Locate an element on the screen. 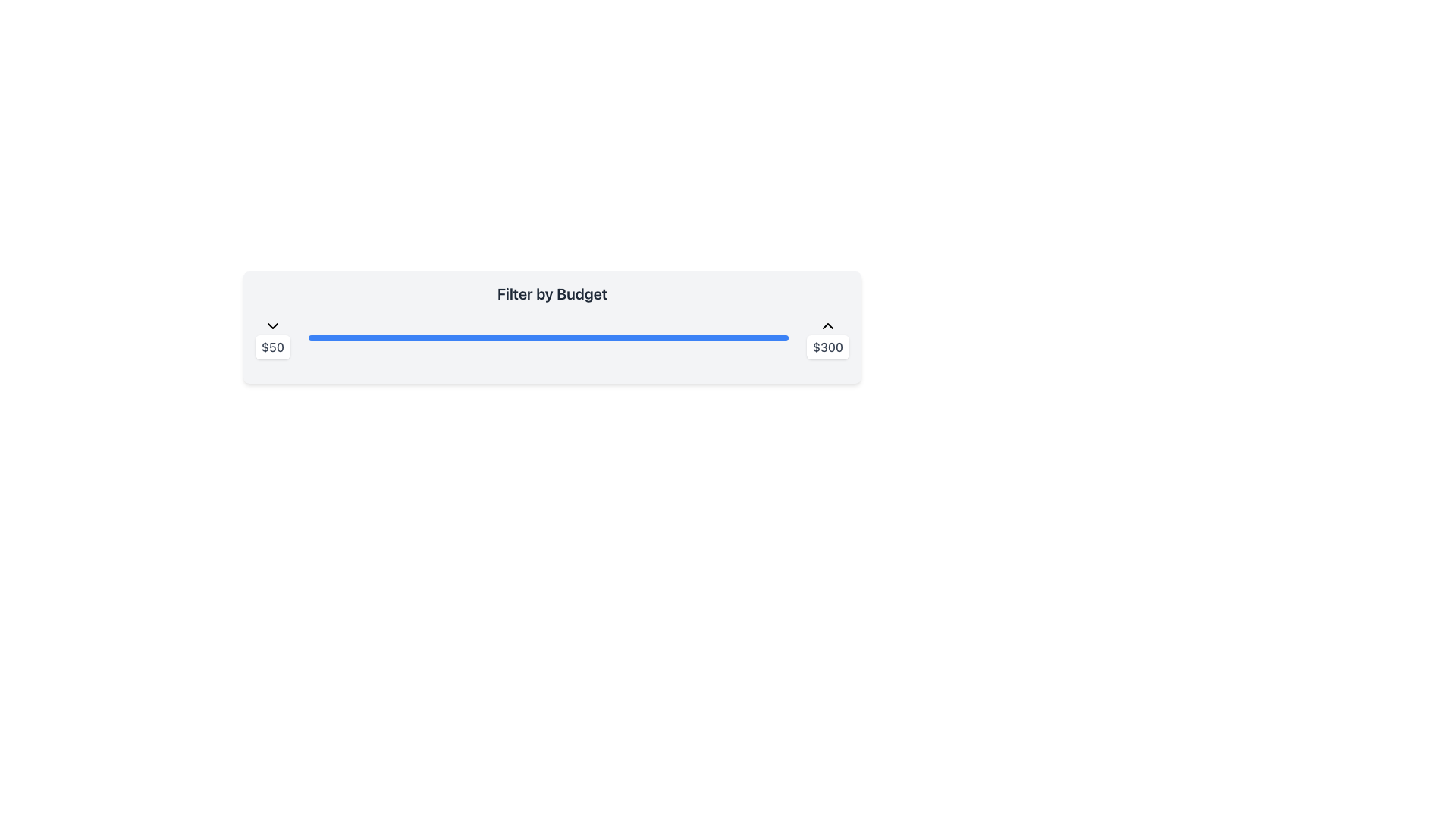  the budget filter is located at coordinates (425, 337).